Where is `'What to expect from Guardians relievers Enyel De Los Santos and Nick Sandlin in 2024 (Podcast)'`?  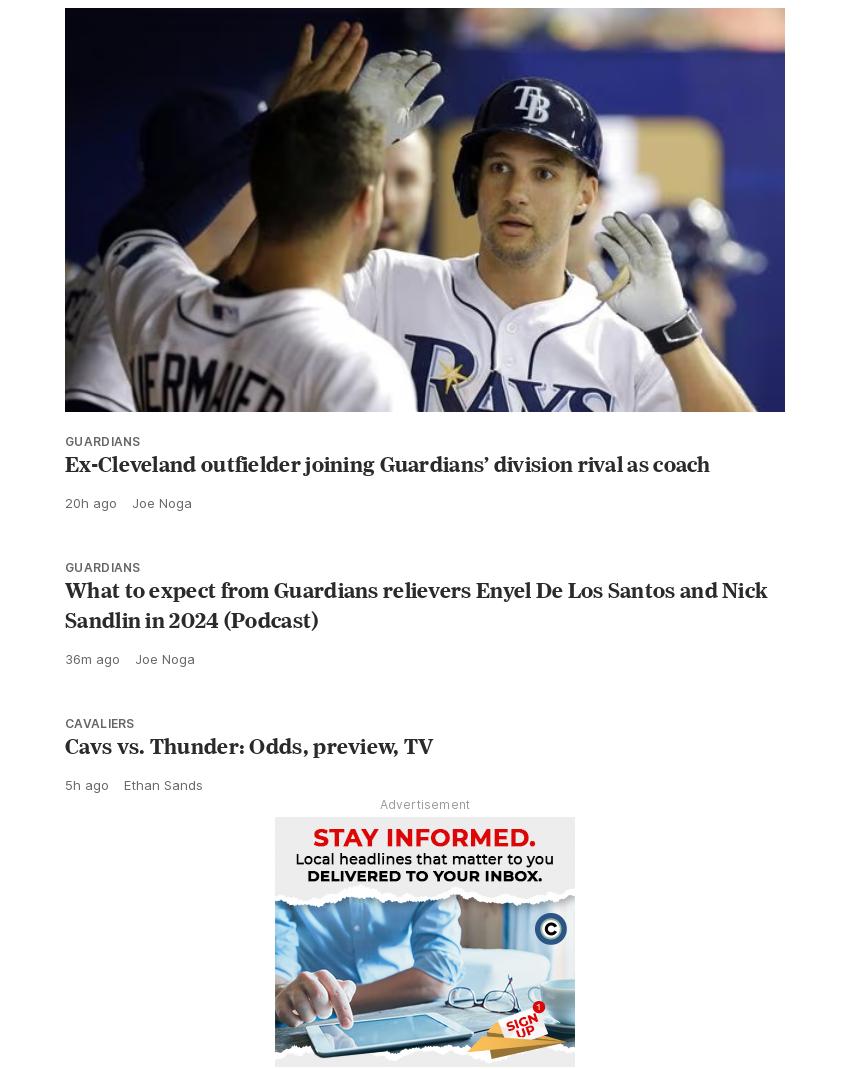 'What to expect from Guardians relievers Enyel De Los Santos and Nick Sandlin in 2024 (Podcast)' is located at coordinates (416, 647).